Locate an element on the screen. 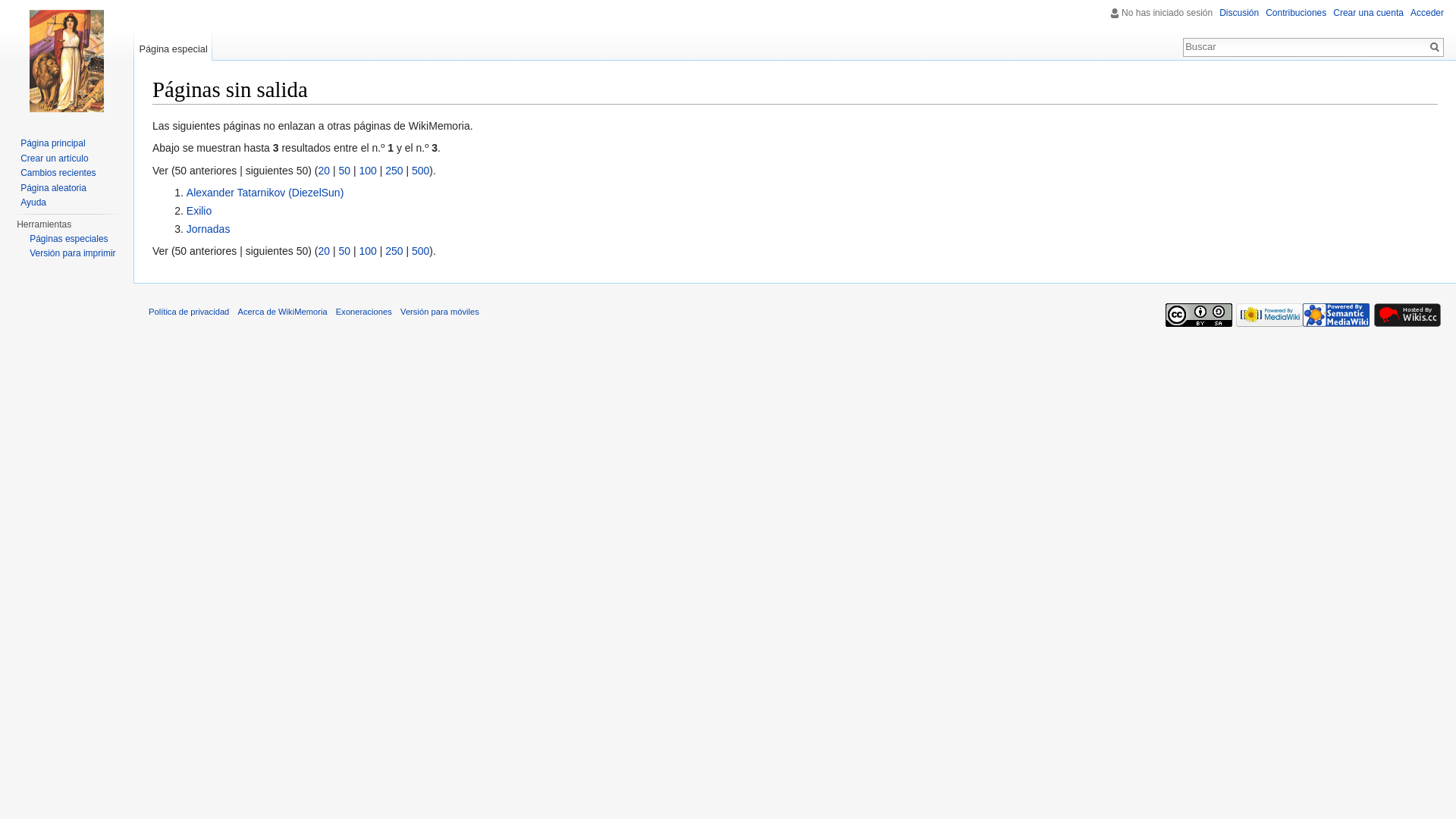 The image size is (1456, 819). 'Exoneraciones' is located at coordinates (364, 311).